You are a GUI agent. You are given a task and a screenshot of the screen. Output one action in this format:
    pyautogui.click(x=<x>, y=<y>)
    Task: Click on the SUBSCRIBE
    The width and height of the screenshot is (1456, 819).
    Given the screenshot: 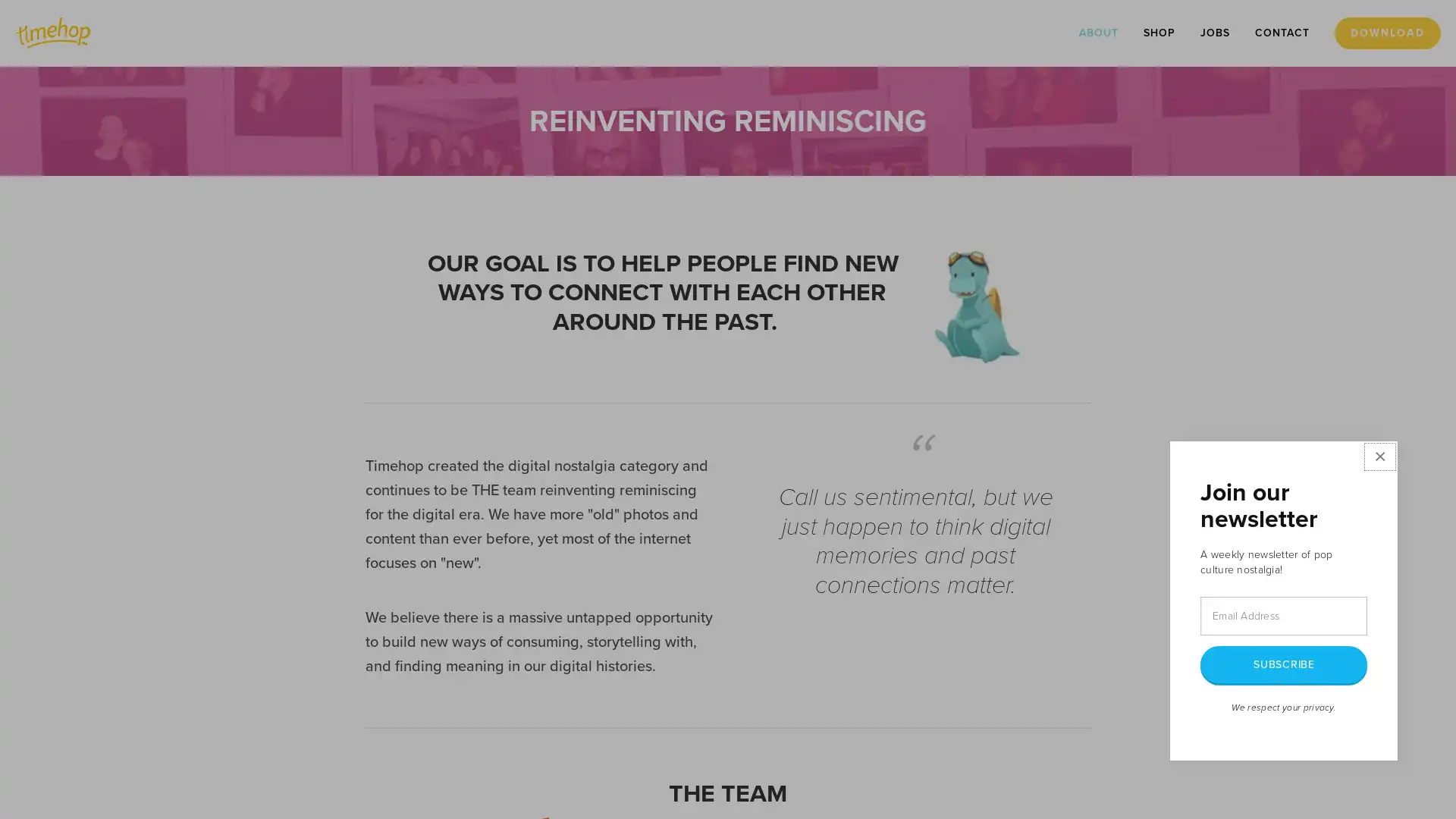 What is the action you would take?
    pyautogui.click(x=1283, y=663)
    